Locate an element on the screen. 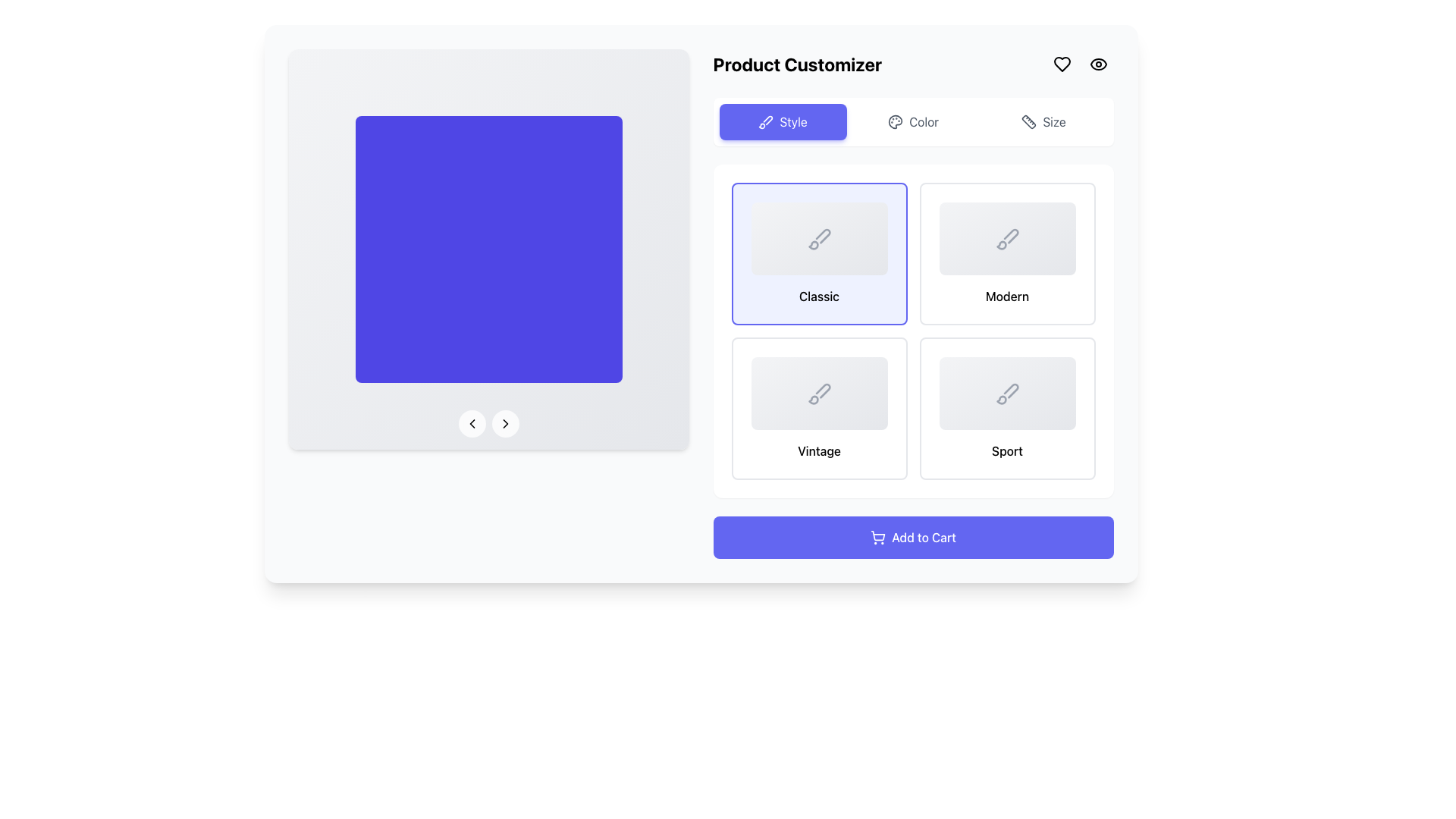  the 'Size' label located in the upper-right corner of the interface, positioned between the 'Color' option and a ruler icon is located at coordinates (1053, 121).